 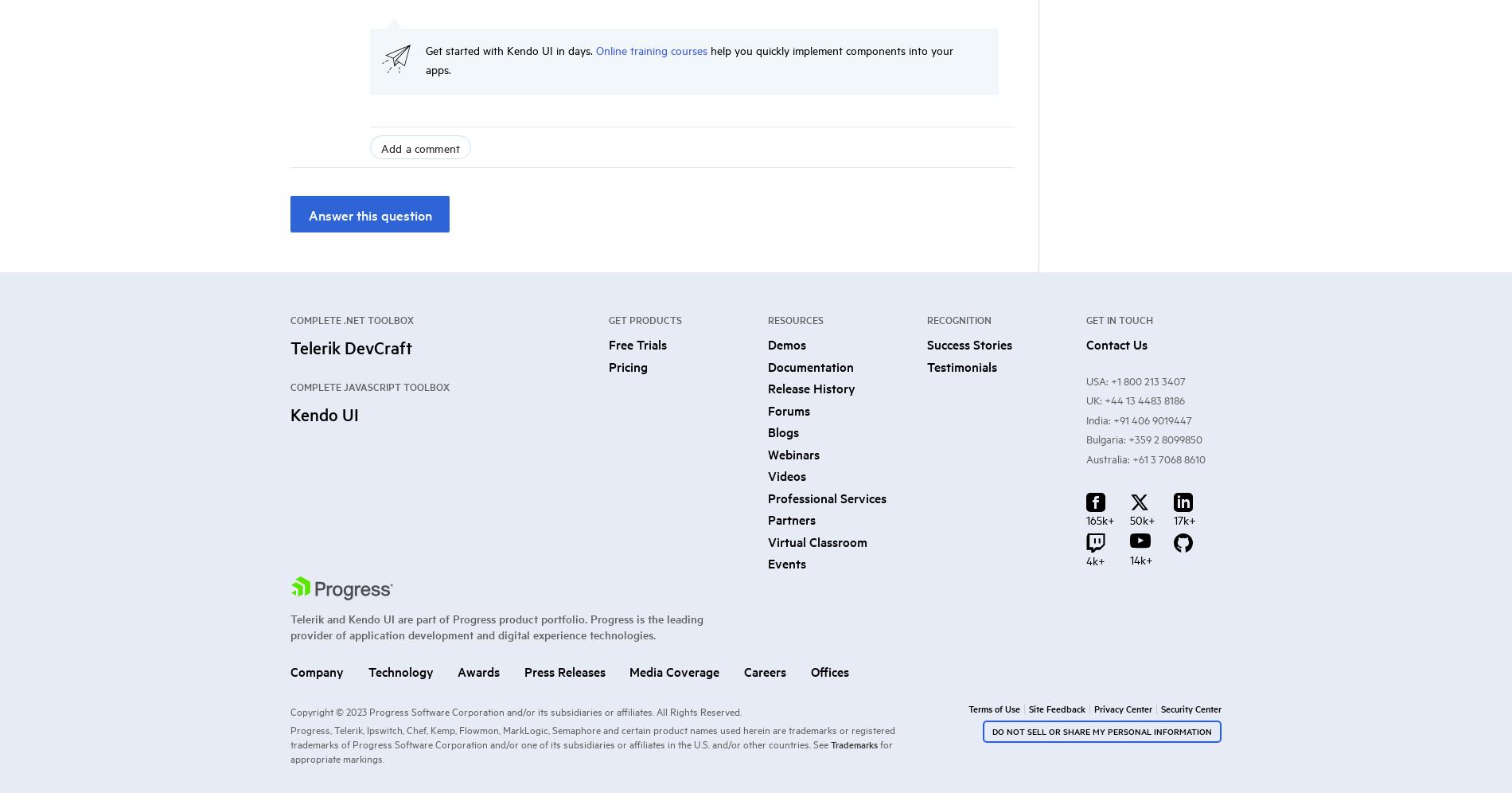 What do you see at coordinates (420, 147) in the screenshot?
I see `'Add a comment'` at bounding box center [420, 147].